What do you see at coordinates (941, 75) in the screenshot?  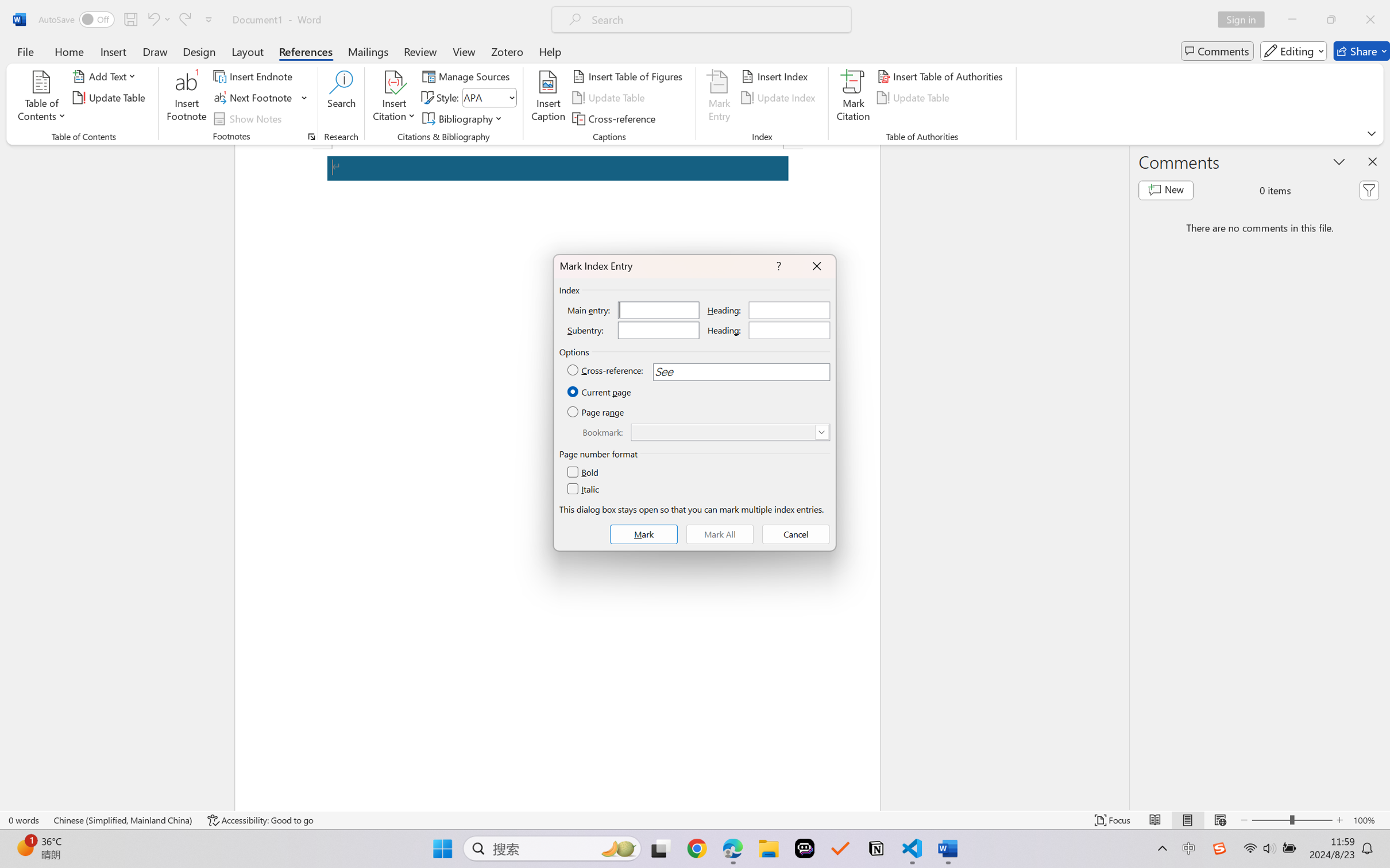 I see `'Insert Table of Authorities...'` at bounding box center [941, 75].